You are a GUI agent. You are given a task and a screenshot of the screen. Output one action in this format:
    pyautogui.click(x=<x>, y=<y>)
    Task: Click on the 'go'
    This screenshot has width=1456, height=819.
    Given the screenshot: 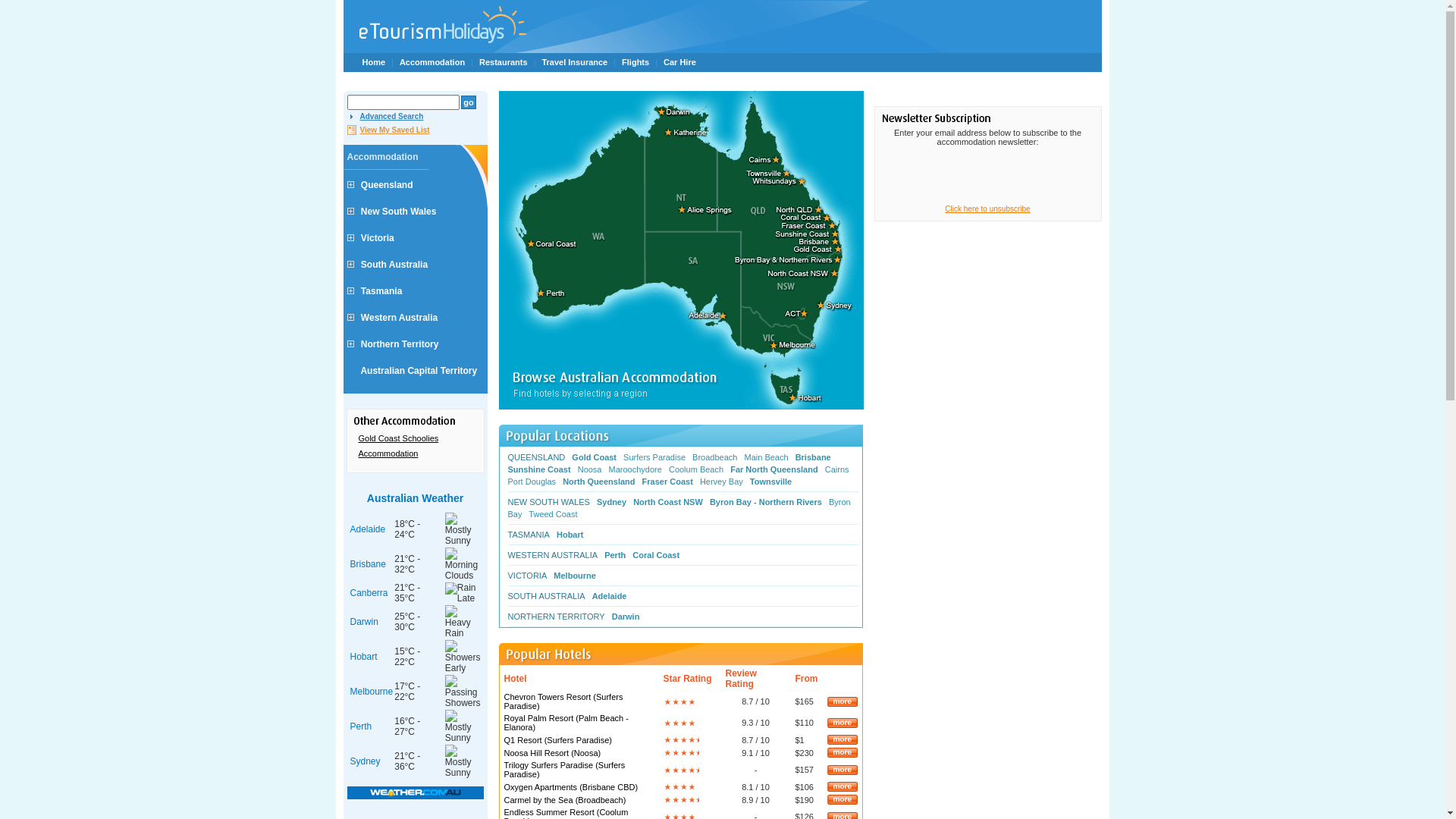 What is the action you would take?
    pyautogui.click(x=460, y=102)
    